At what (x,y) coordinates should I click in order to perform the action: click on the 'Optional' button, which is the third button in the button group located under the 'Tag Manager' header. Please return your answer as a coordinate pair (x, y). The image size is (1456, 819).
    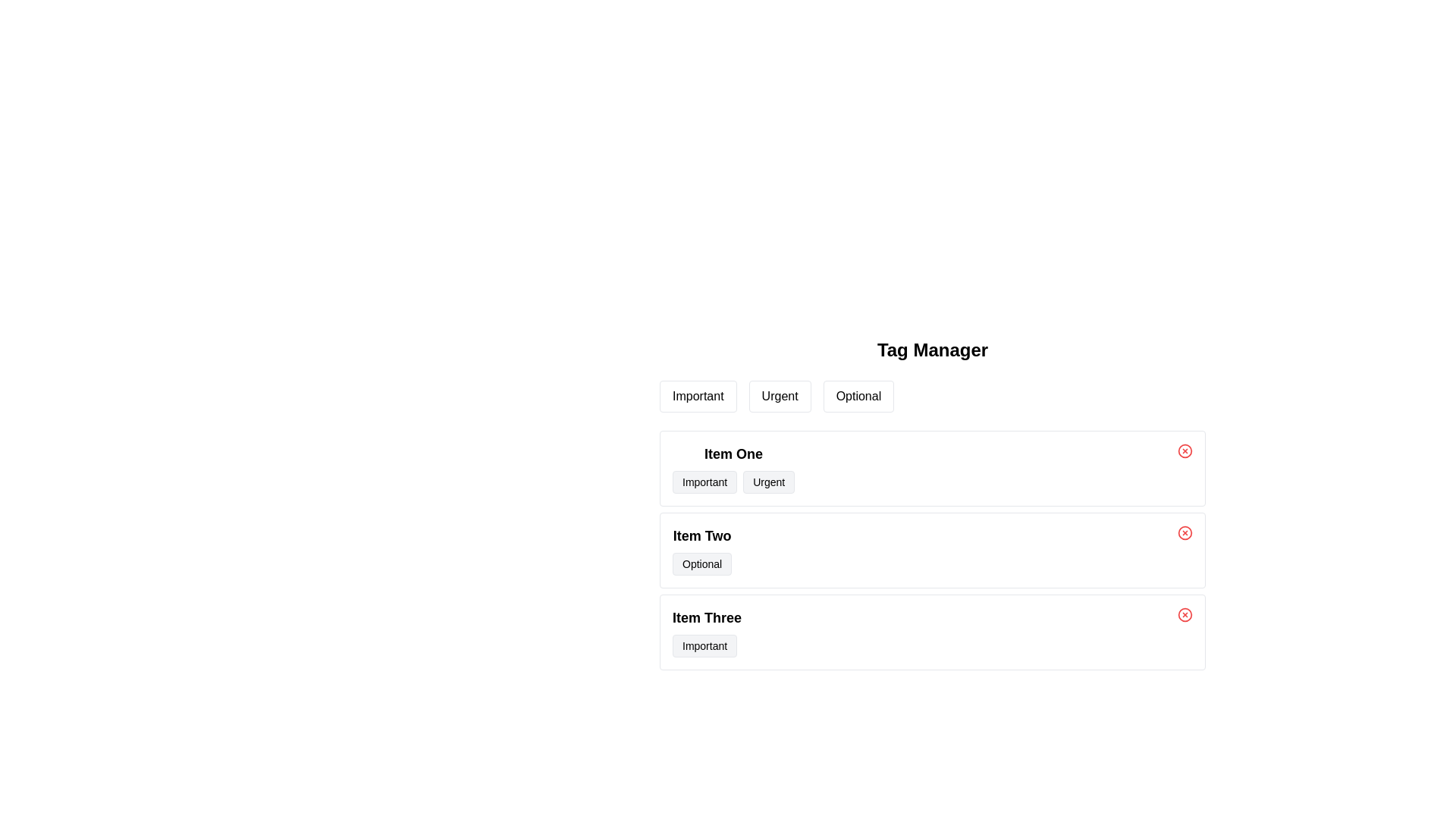
    Looking at the image, I should click on (858, 396).